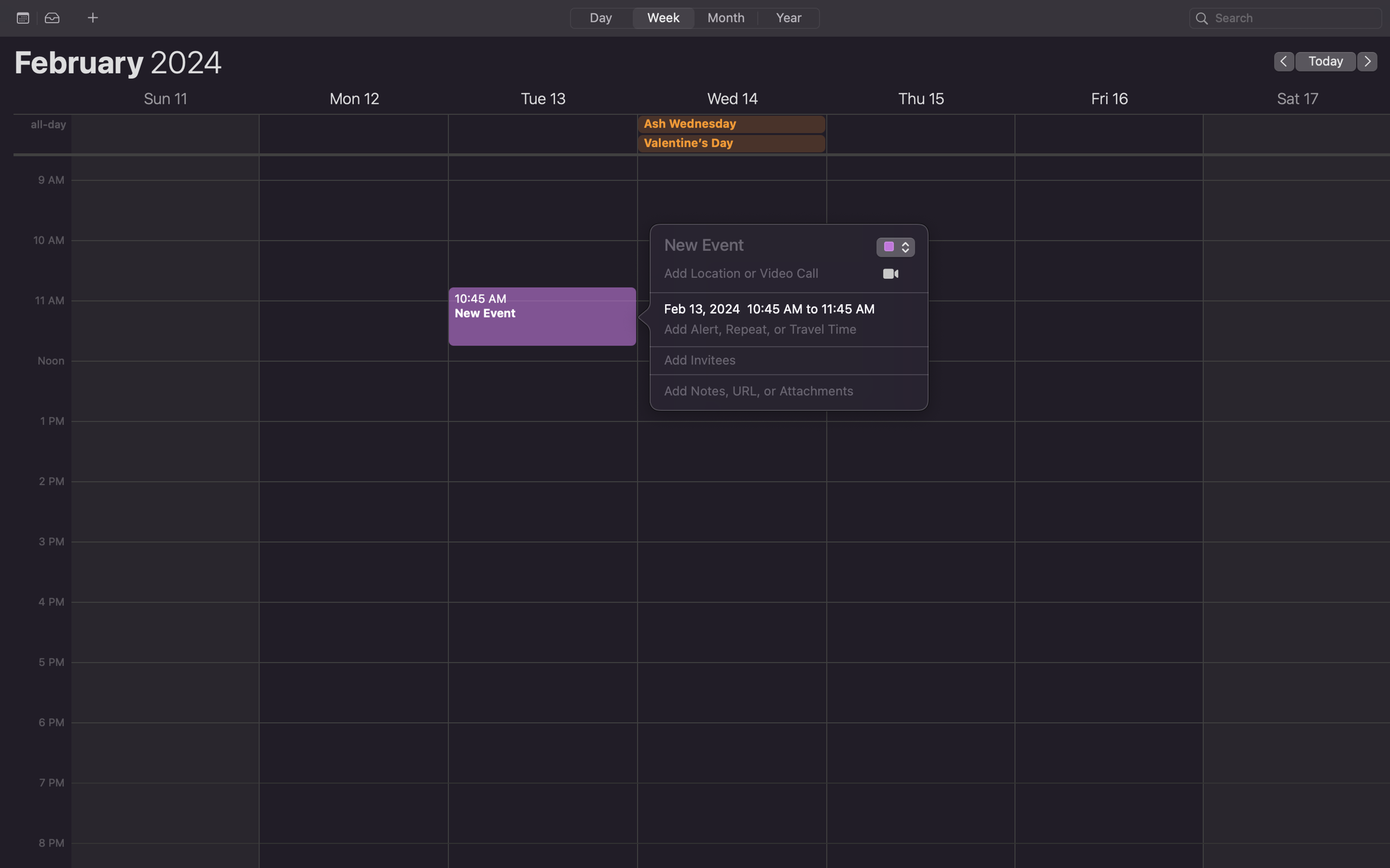 The height and width of the screenshot is (868, 1390). I want to click on Add the invitee with email "alice@gmail.com, so click(776, 361).